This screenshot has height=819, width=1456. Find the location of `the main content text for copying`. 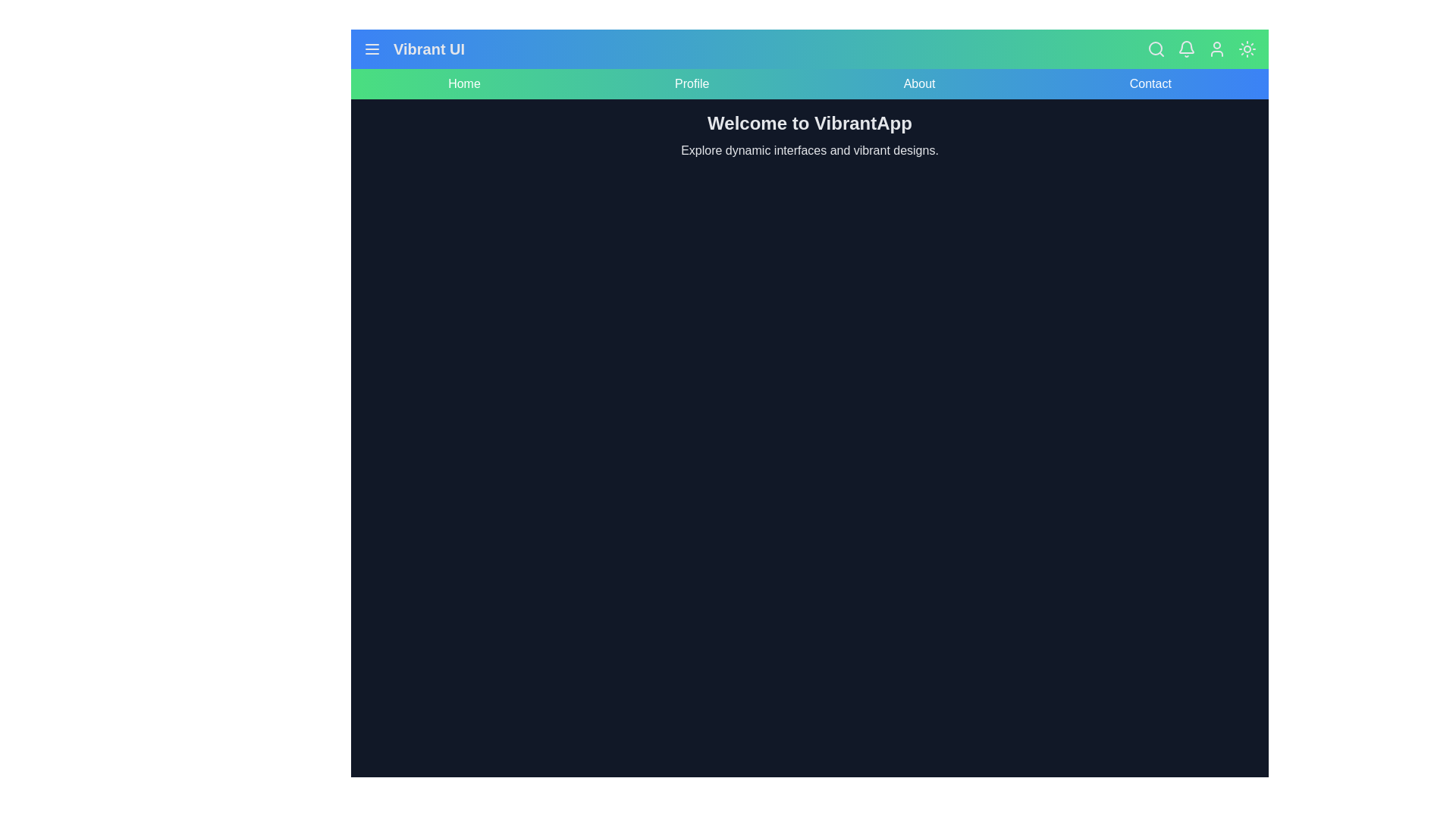

the main content text for copying is located at coordinates (362, 110).